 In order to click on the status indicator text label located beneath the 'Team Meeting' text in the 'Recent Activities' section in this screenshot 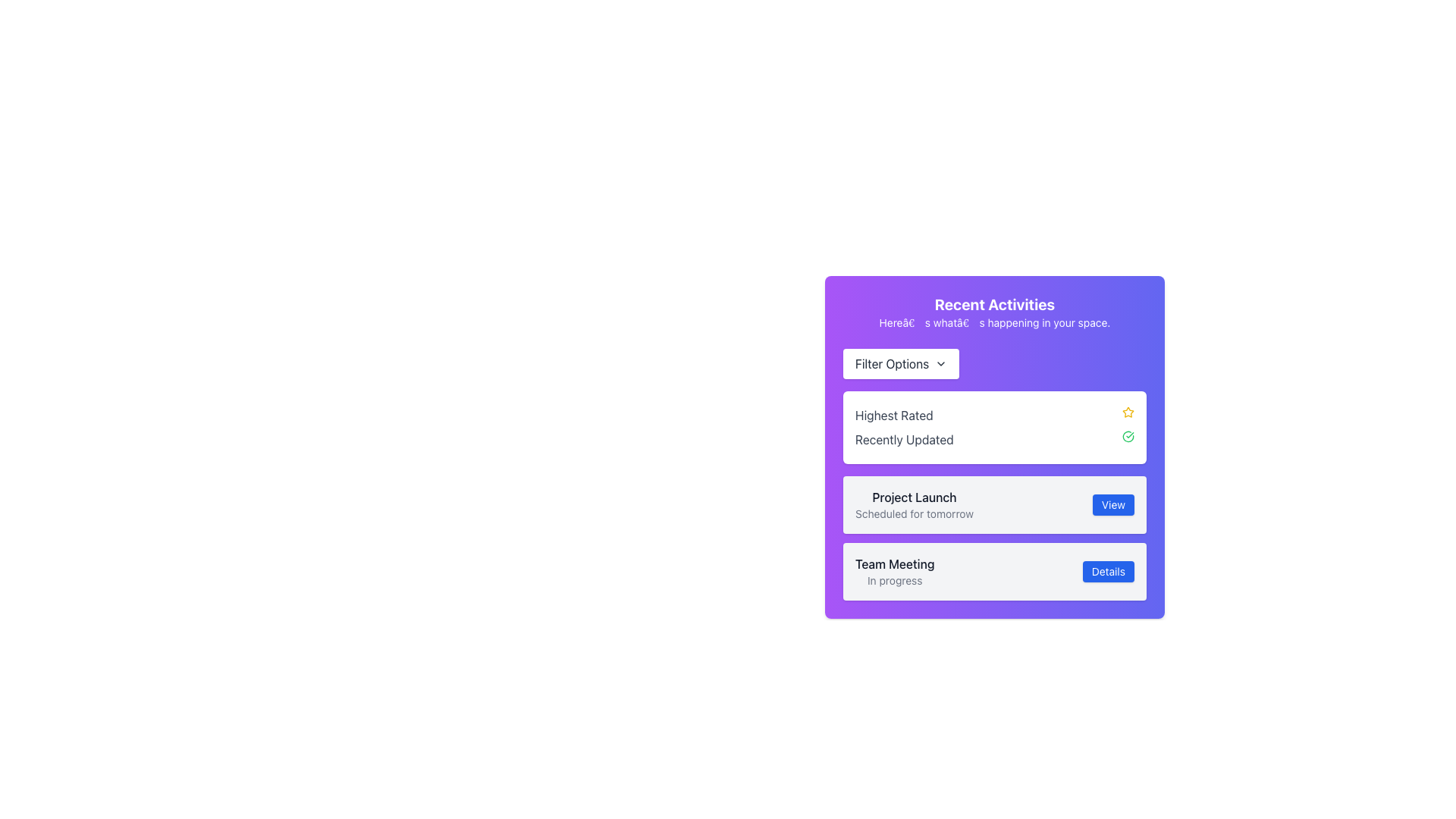, I will do `click(895, 580)`.